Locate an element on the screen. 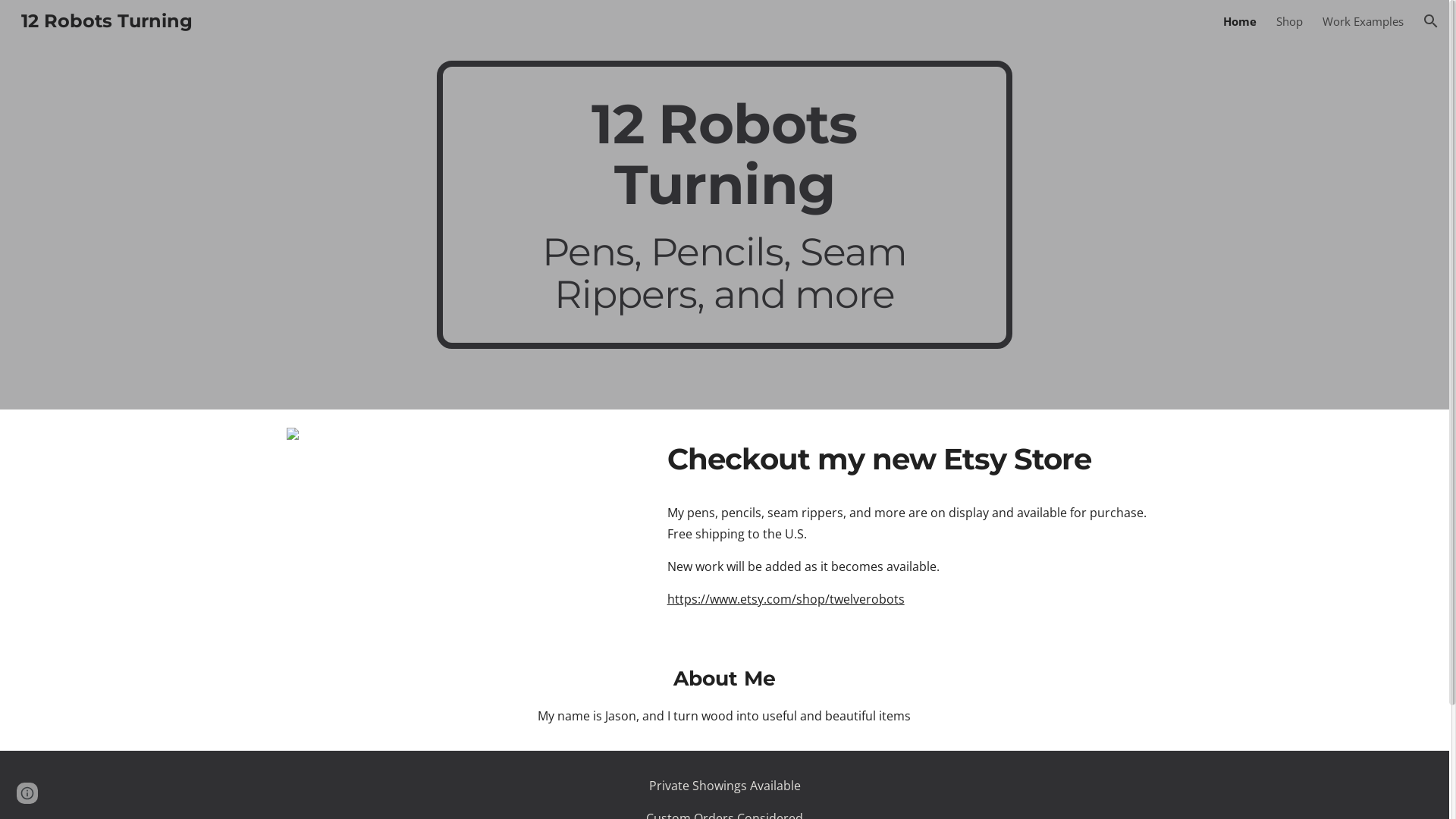 This screenshot has width=1456, height=819. 'https://www.etsy.com/shop/twelverobots' is located at coordinates (786, 598).